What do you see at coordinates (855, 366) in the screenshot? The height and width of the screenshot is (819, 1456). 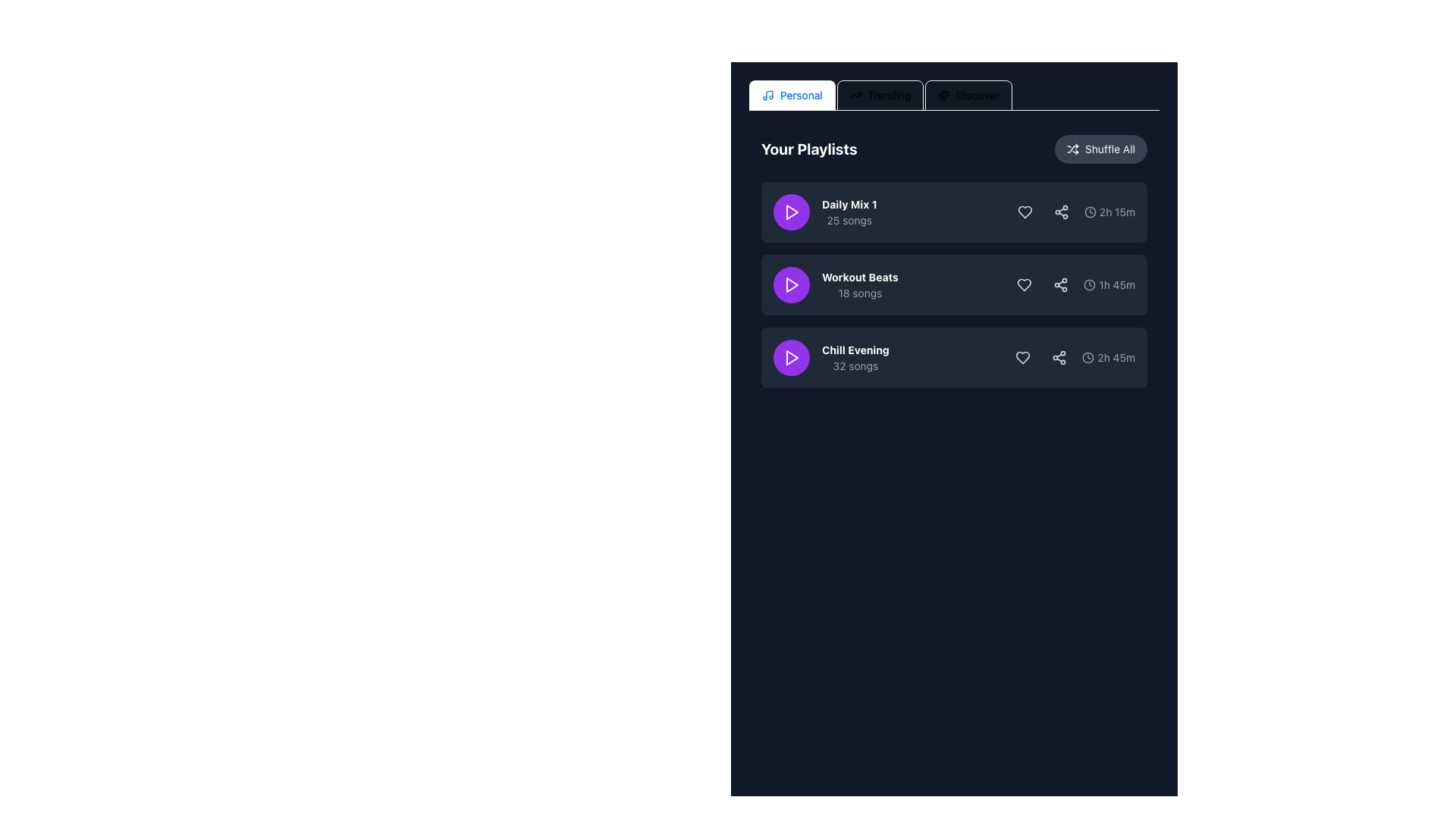 I see `the text label indicating the number of songs in the 'Chill Evening' playlist, located under the 'Chill Evening' text on the third playlist card` at bounding box center [855, 366].